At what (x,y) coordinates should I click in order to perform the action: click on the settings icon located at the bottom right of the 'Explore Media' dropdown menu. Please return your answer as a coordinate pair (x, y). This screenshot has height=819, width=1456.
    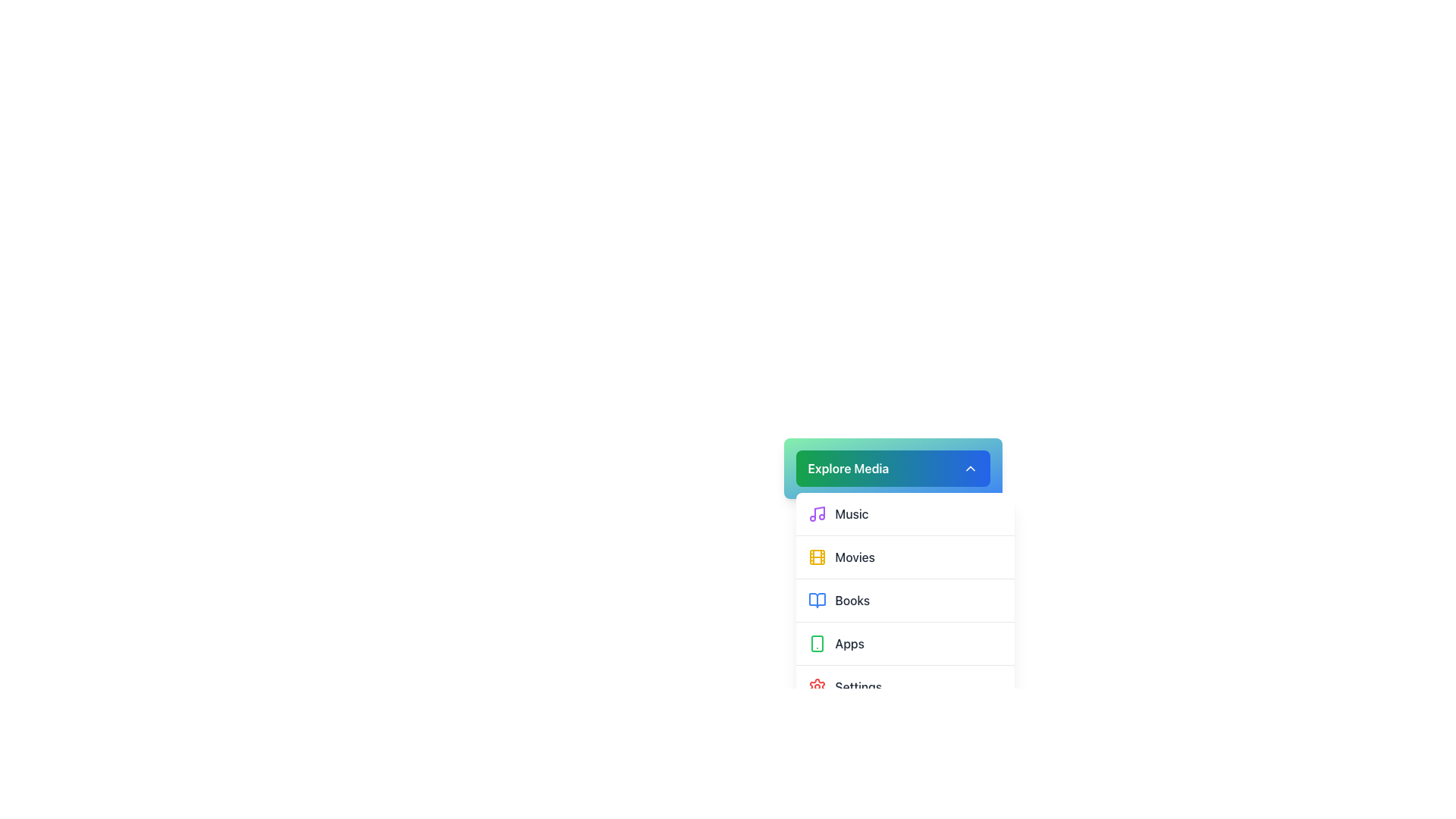
    Looking at the image, I should click on (816, 687).